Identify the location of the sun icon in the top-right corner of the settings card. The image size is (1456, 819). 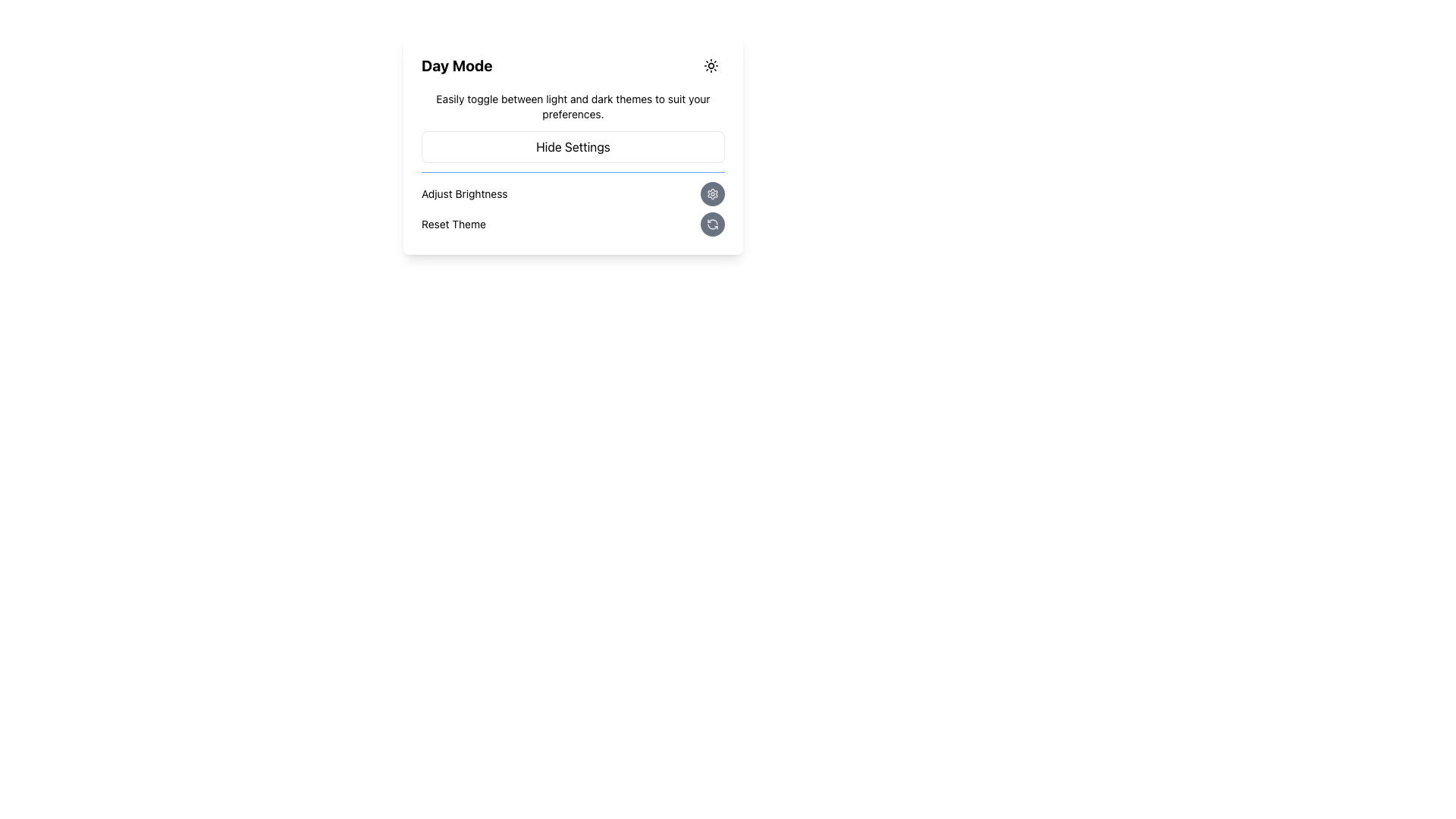
(710, 65).